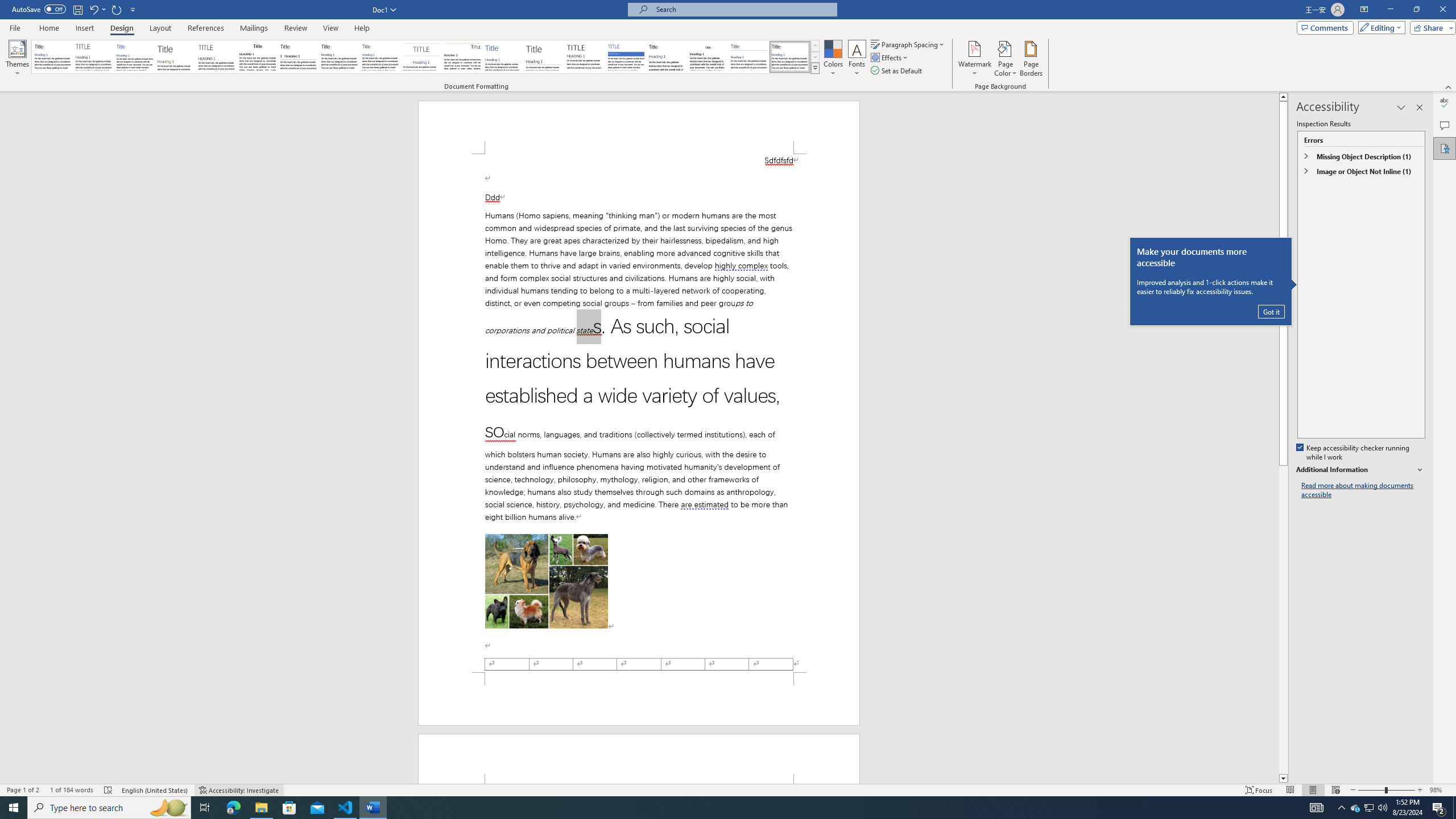  Describe the element at coordinates (239, 790) in the screenshot. I see `'Accessibility Checker Accessibility: Investigate'` at that location.